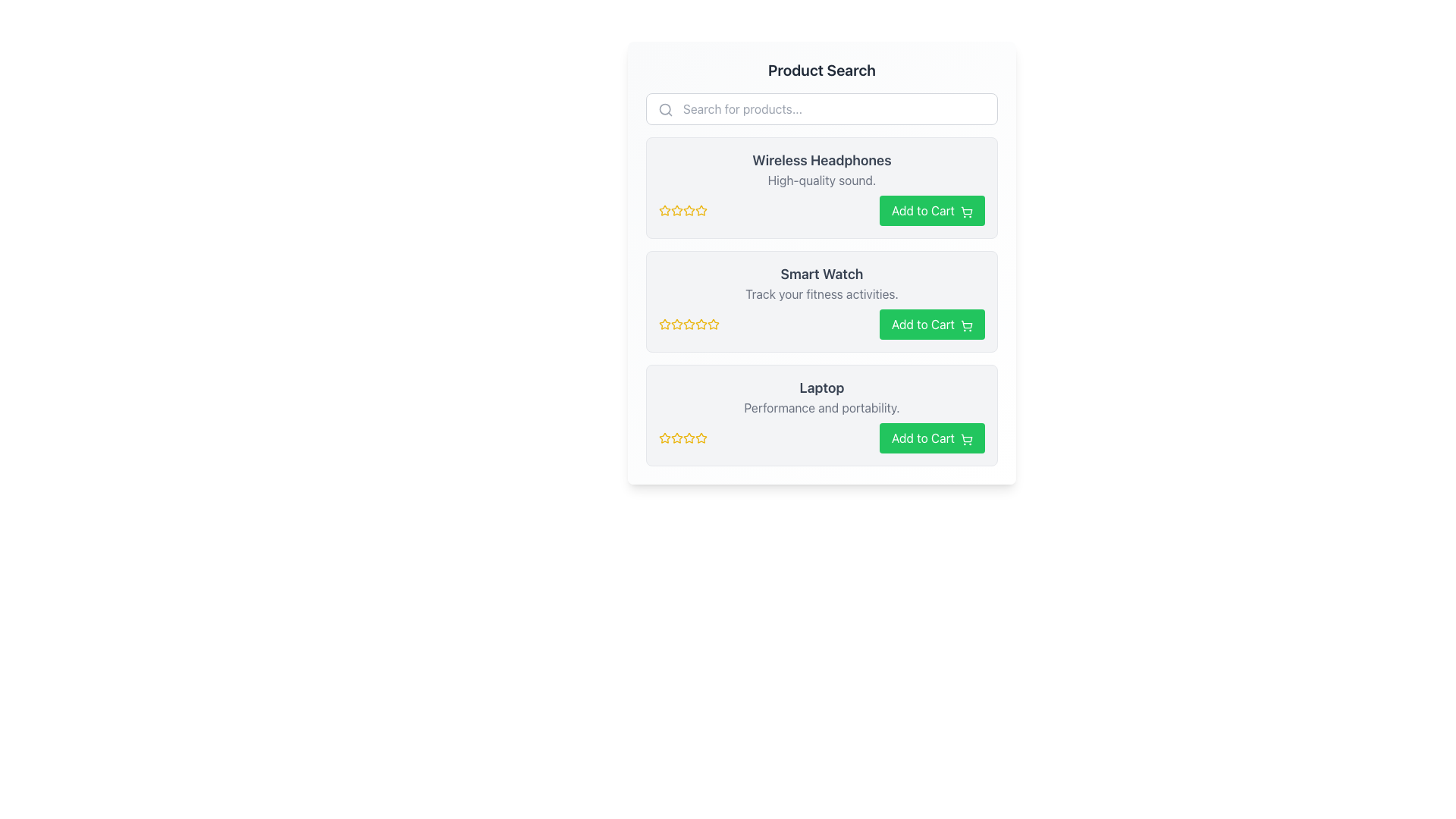 Image resolution: width=1456 pixels, height=819 pixels. I want to click on the shopping cart icon, which is an SVG graphic with a green outline, located within the 'Add to Cart' button at the right side, so click(966, 438).